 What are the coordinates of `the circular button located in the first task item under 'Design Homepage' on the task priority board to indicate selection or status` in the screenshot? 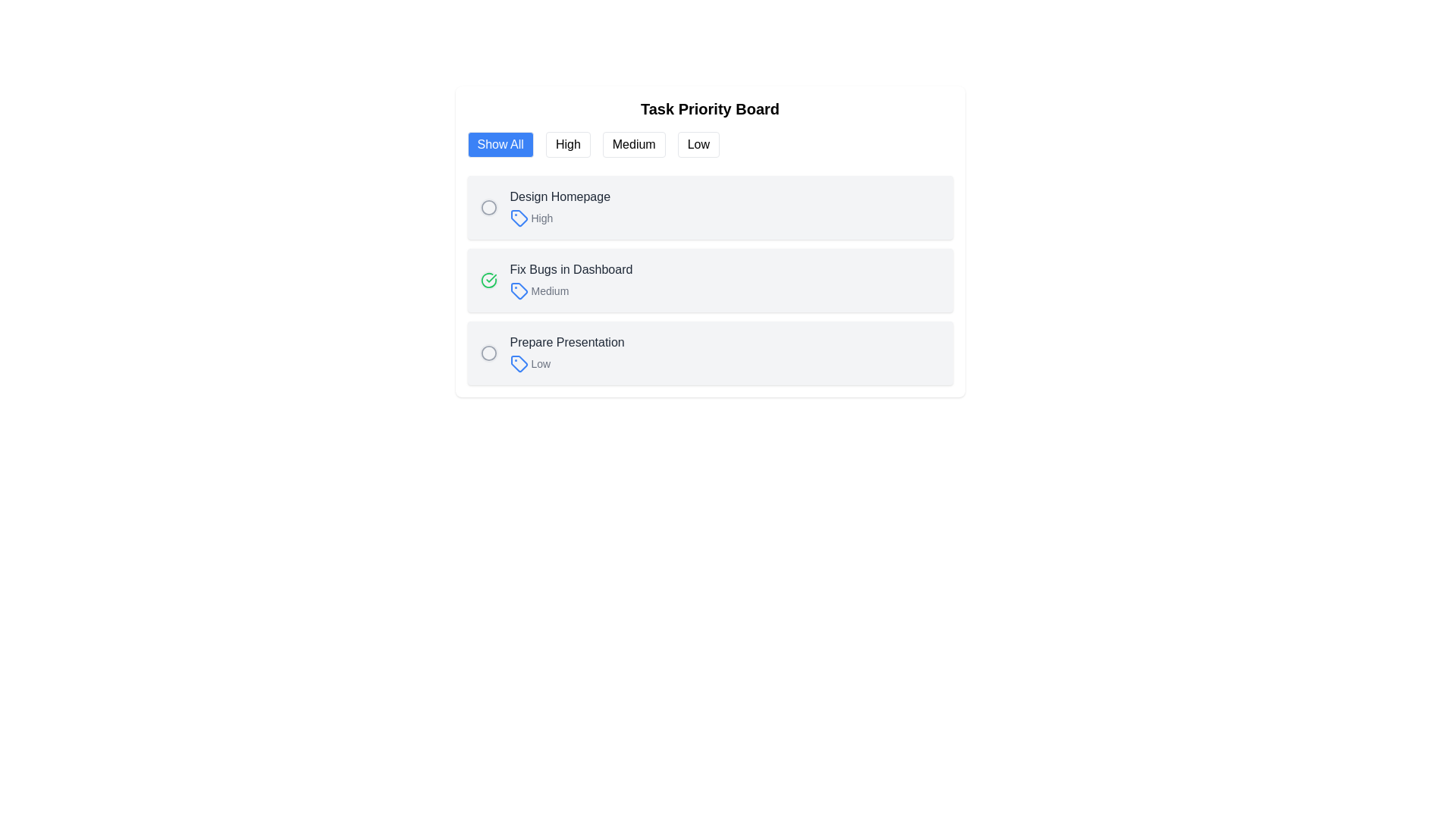 It's located at (488, 207).